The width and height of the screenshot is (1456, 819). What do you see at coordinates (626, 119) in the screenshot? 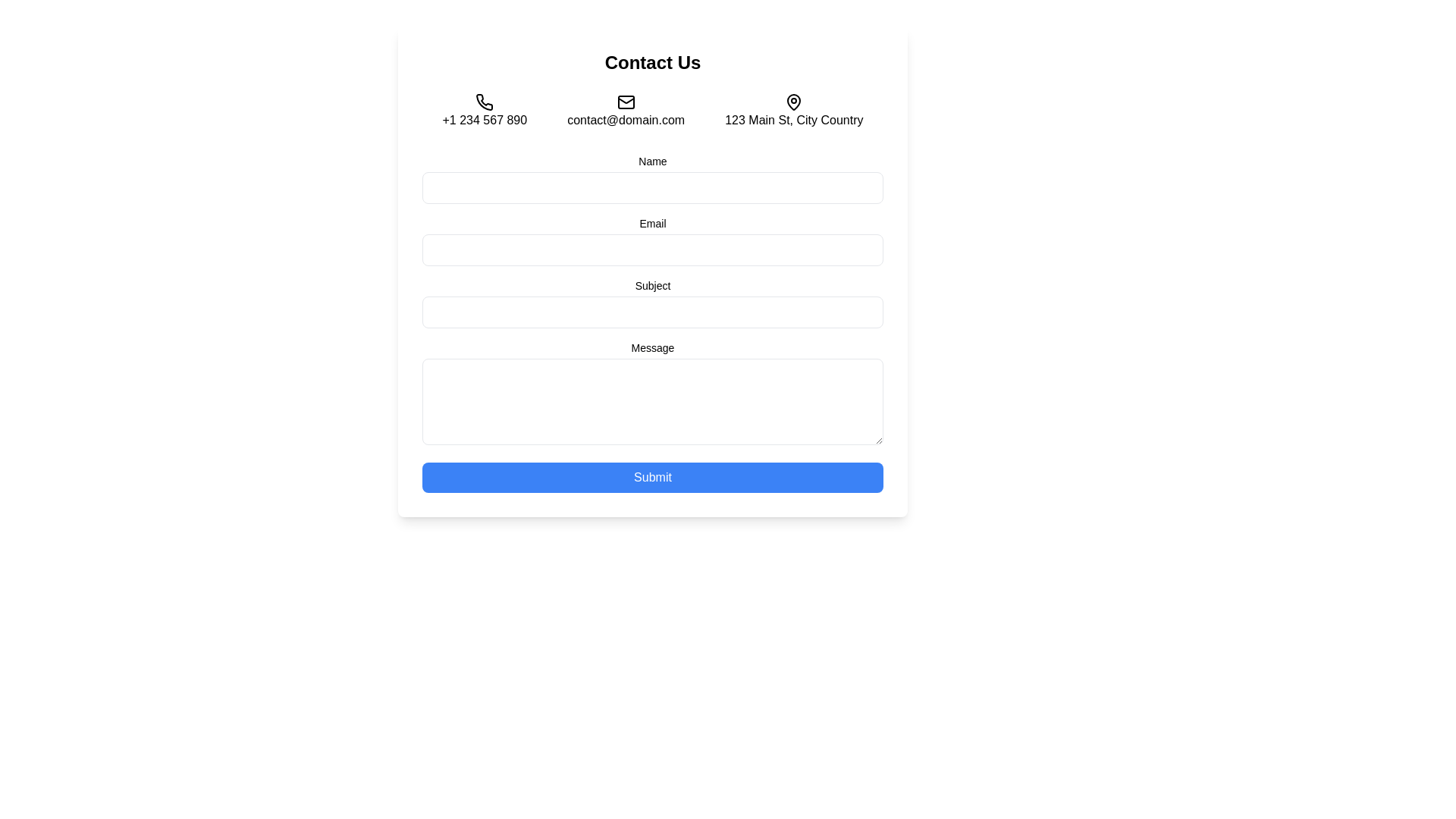
I see `the text display element that shows the email address, located centrally below the 'Contact Us' section, to copy the email` at bounding box center [626, 119].